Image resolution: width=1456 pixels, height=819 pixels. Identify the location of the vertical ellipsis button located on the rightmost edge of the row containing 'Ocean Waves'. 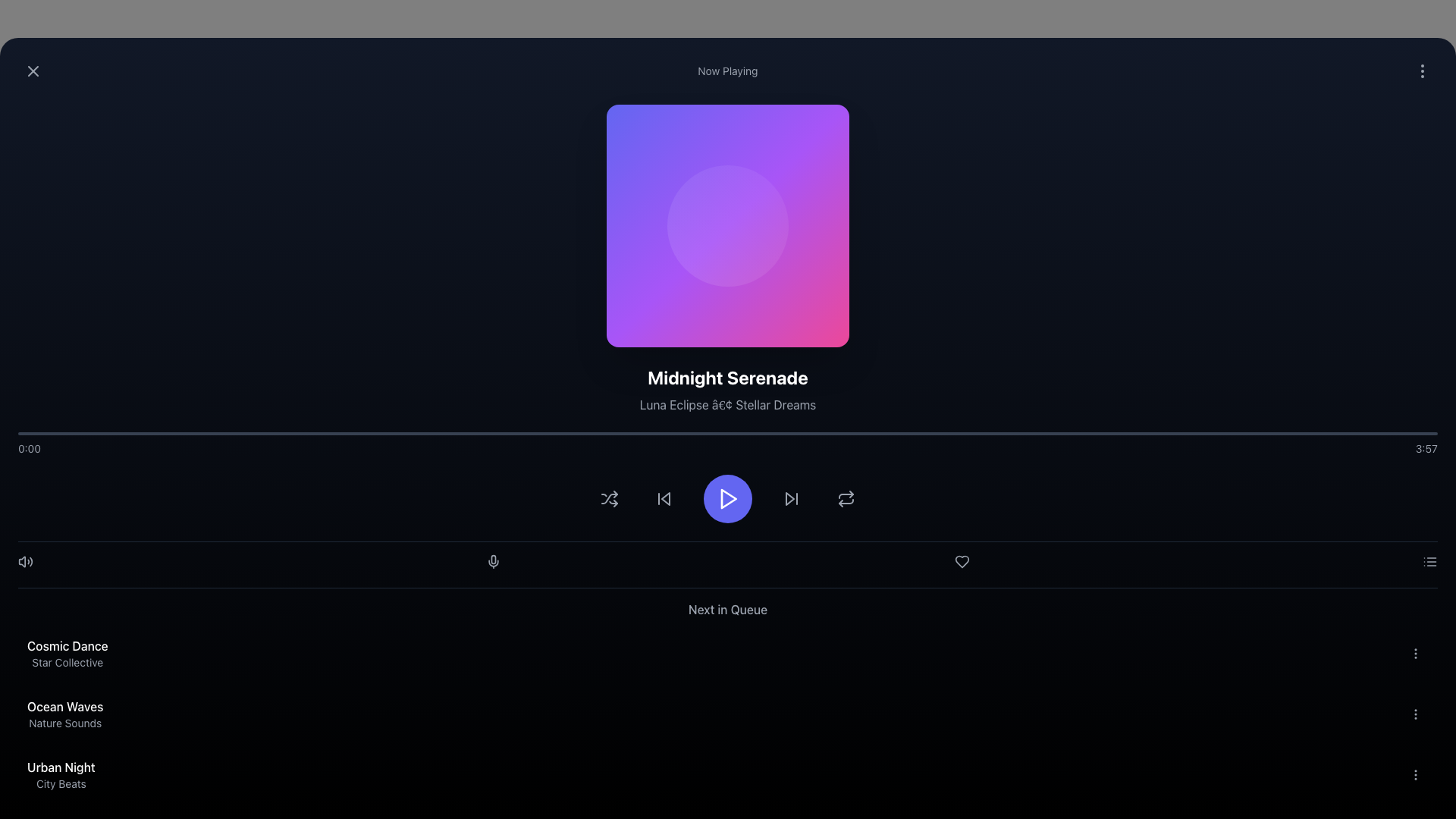
(1415, 714).